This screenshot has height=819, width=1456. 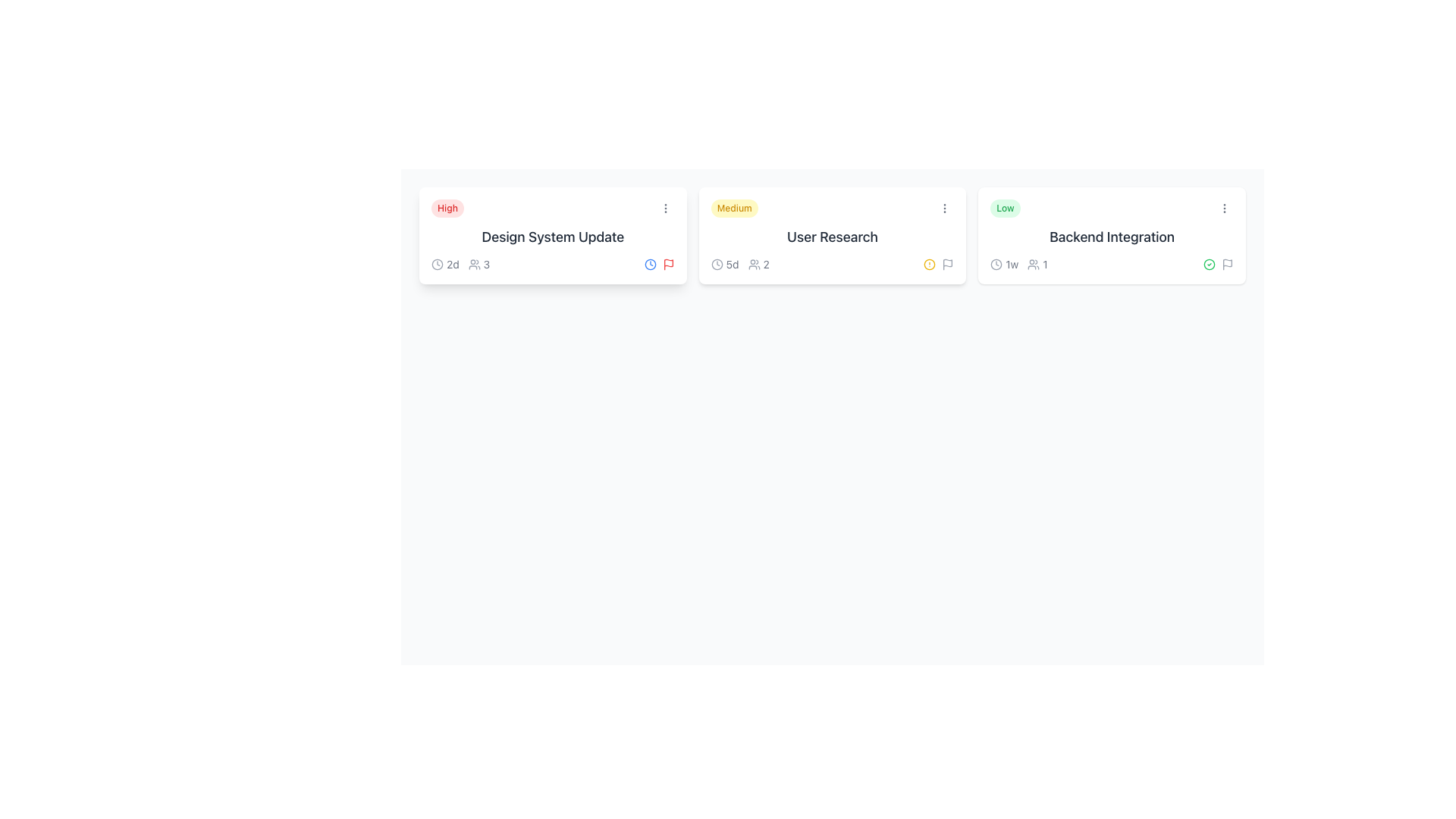 I want to click on the time indicator text element that shows how long ago an action occurred, located to the right of the clock icon in the 'Design System Update' task card, so click(x=452, y=263).